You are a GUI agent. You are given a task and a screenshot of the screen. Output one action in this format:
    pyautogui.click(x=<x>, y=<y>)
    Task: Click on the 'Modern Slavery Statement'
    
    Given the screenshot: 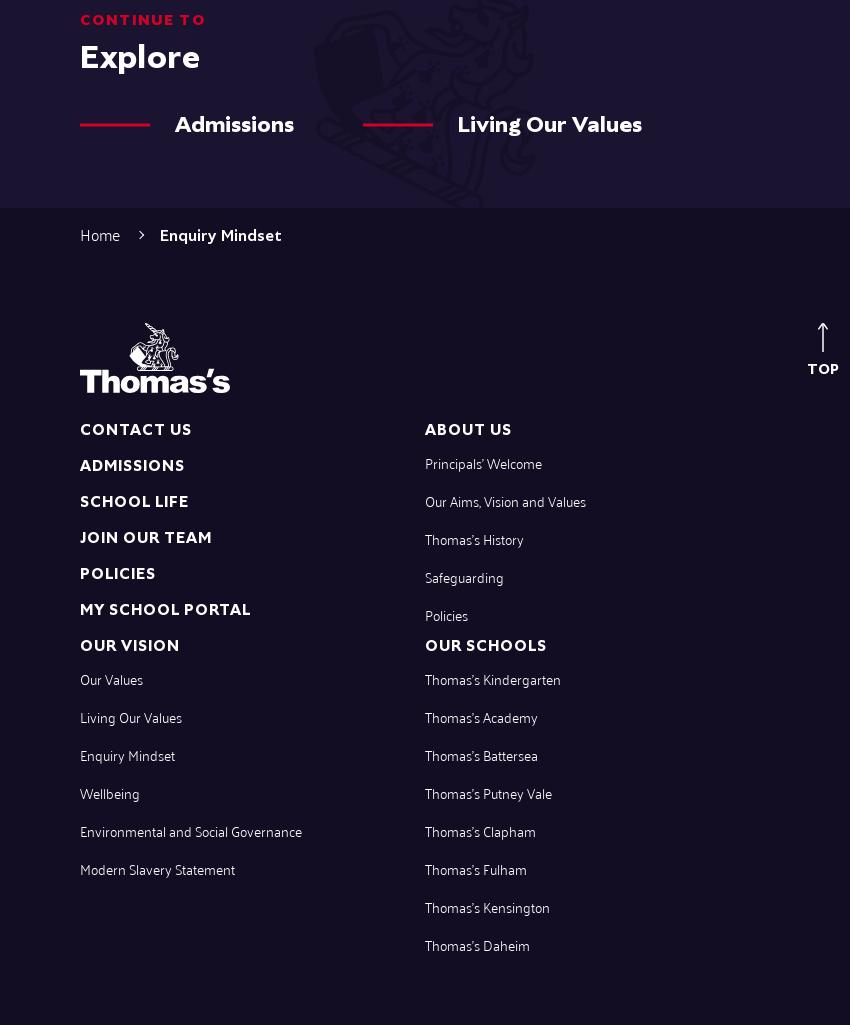 What is the action you would take?
    pyautogui.click(x=157, y=867)
    